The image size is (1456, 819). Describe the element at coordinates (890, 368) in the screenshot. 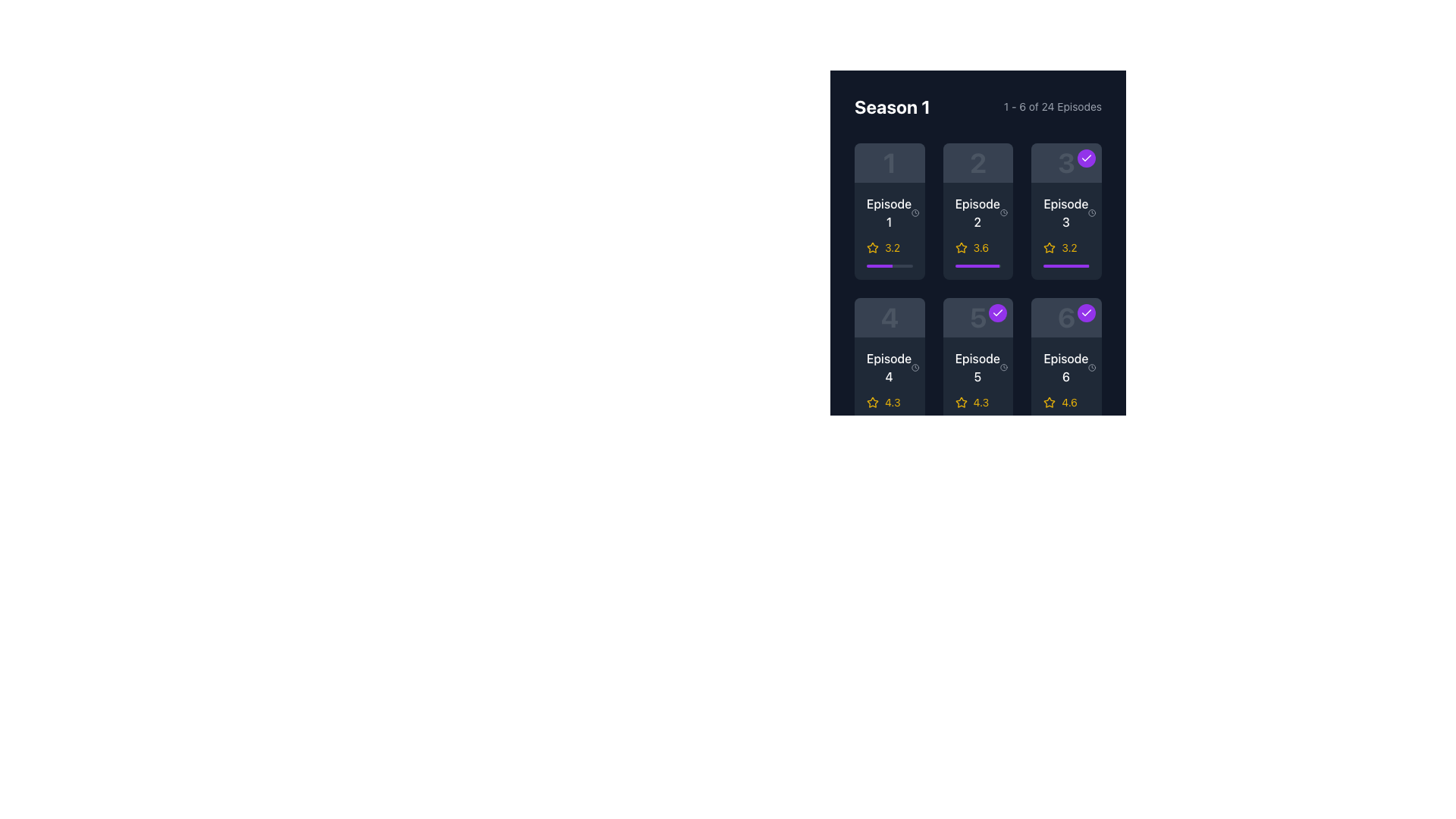

I see `the text label displaying 'Episode 4', which is styled with a bold white font against a dark background and positioned in the second row, first column of the episode grid layout` at that location.